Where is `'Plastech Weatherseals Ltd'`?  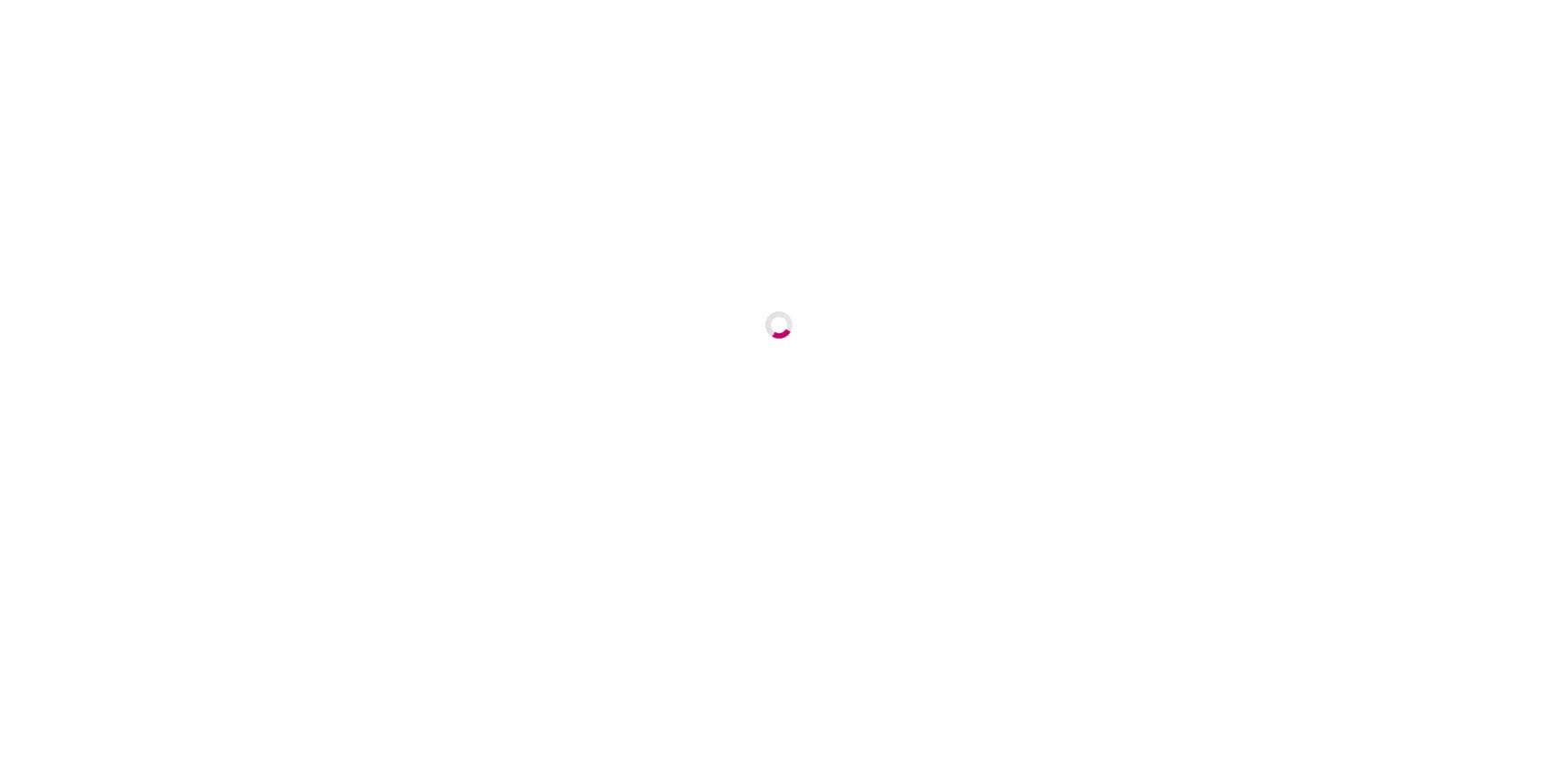 'Plastech Weatherseals Ltd' is located at coordinates (611, 538).